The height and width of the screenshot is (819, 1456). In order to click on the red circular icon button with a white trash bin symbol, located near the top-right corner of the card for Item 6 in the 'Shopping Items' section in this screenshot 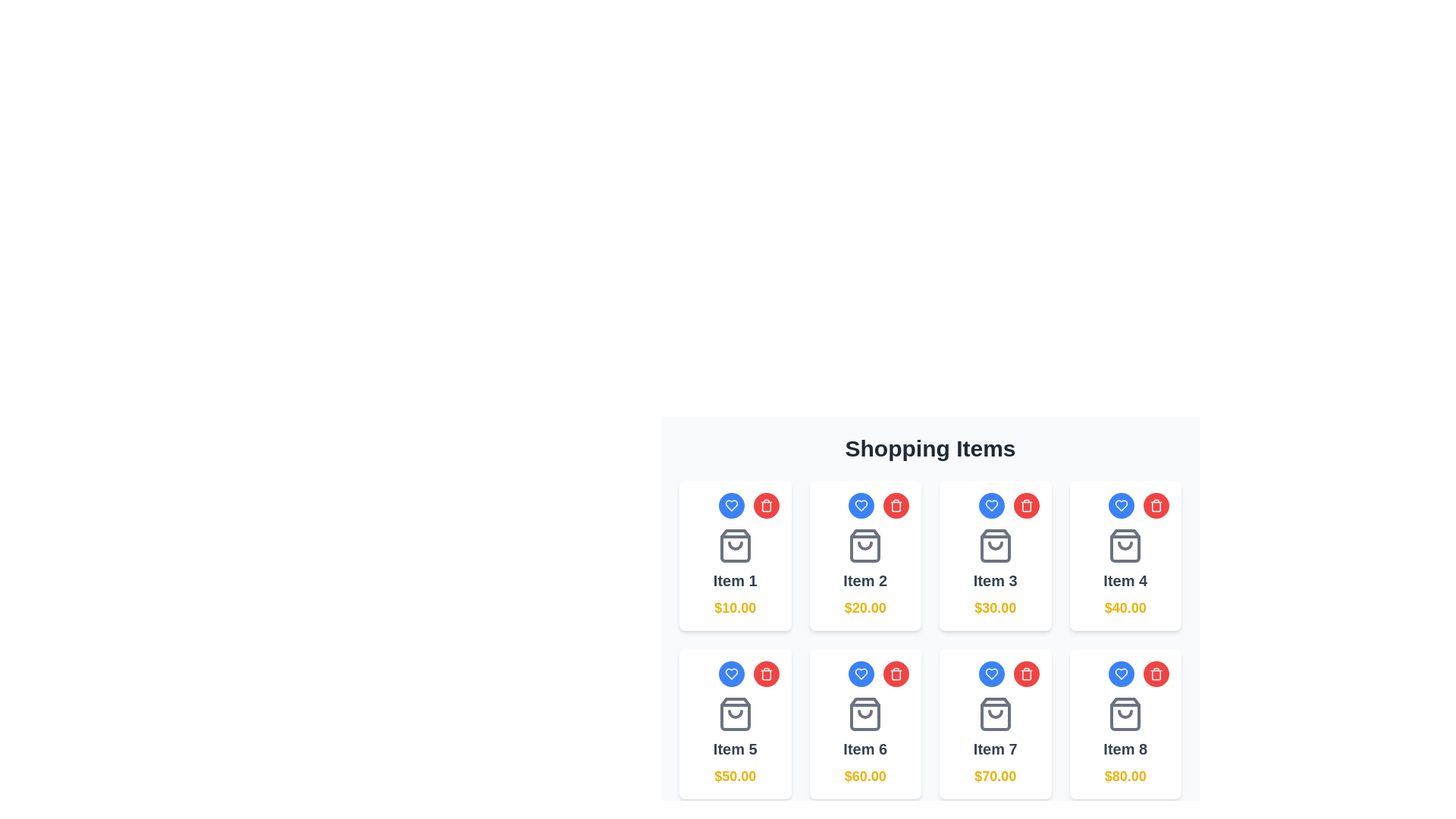, I will do `click(1026, 673)`.